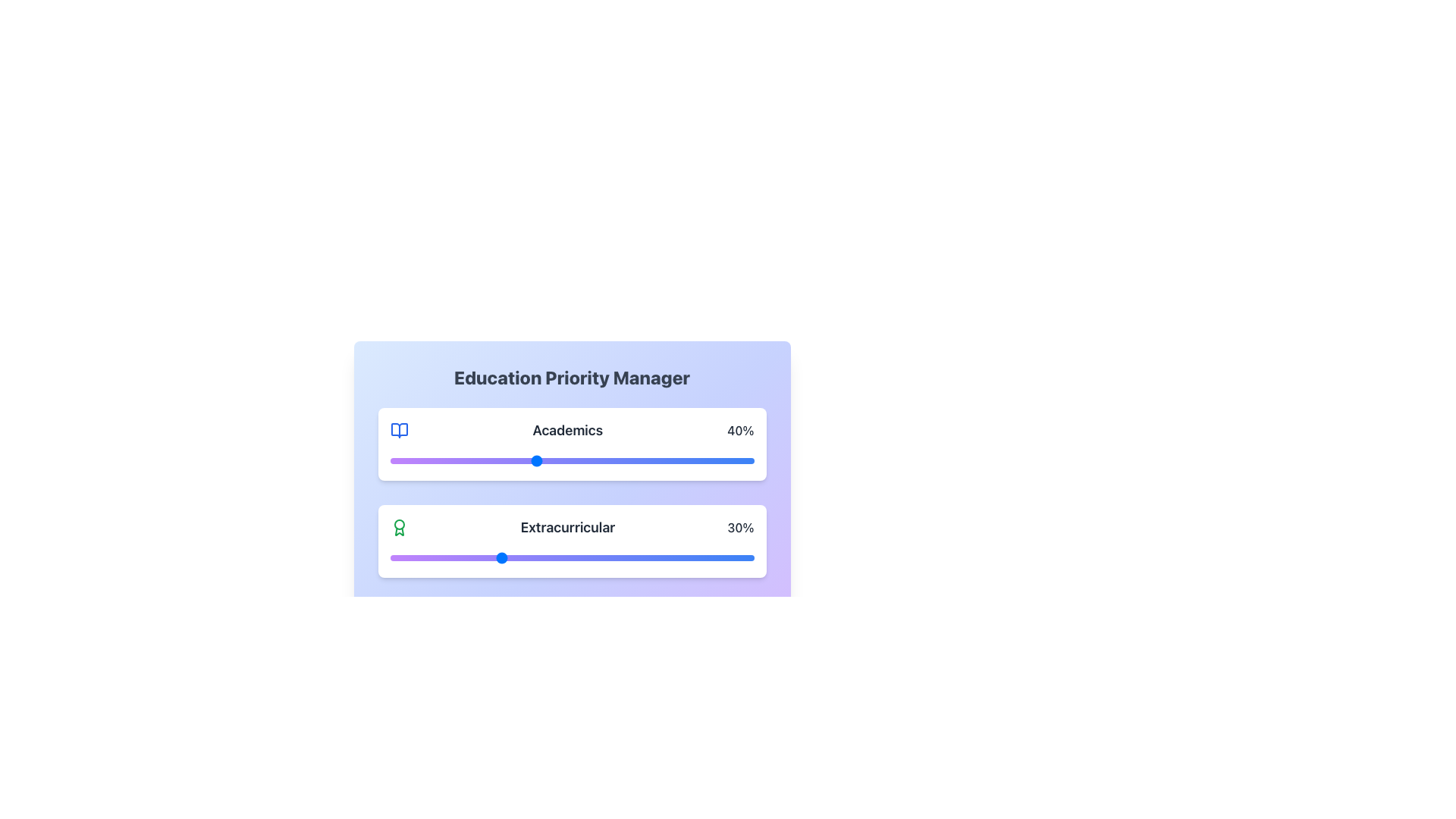  I want to click on the slider, so click(637, 558).